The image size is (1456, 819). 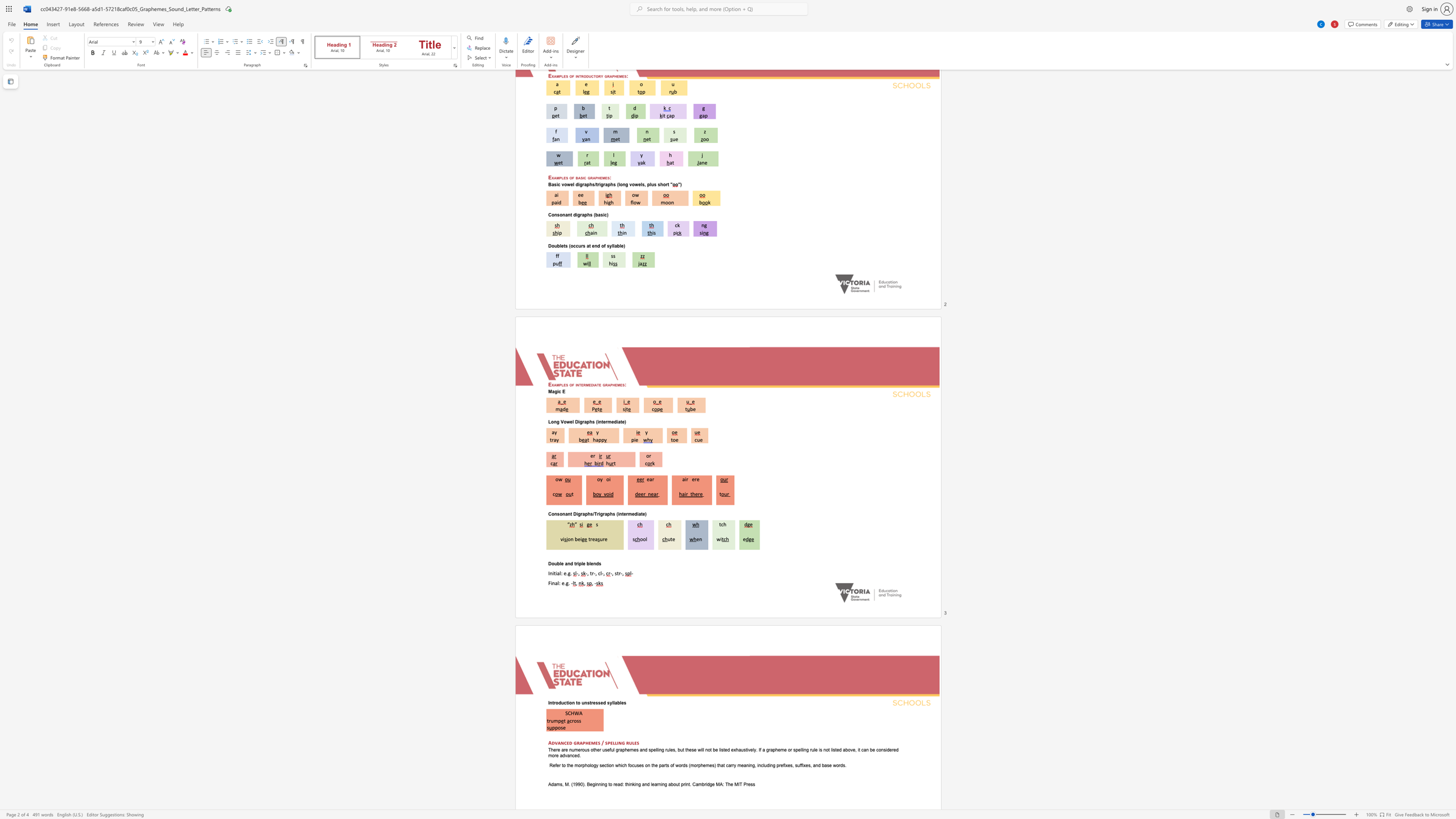 What do you see at coordinates (684, 479) in the screenshot?
I see `the subset text "ir   e" within the text "air   ere"` at bounding box center [684, 479].